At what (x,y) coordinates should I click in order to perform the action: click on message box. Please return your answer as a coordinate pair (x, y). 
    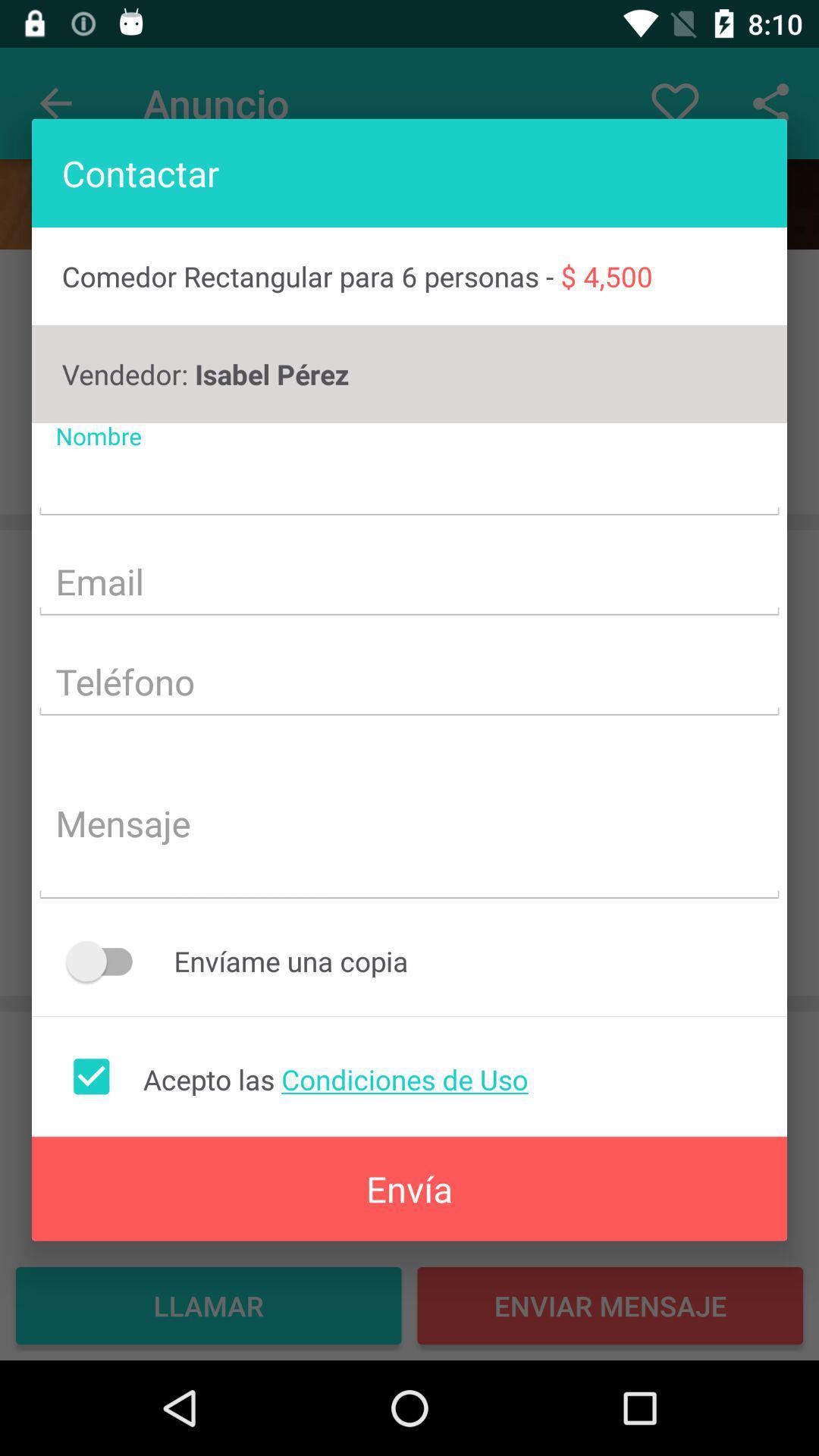
    Looking at the image, I should click on (409, 825).